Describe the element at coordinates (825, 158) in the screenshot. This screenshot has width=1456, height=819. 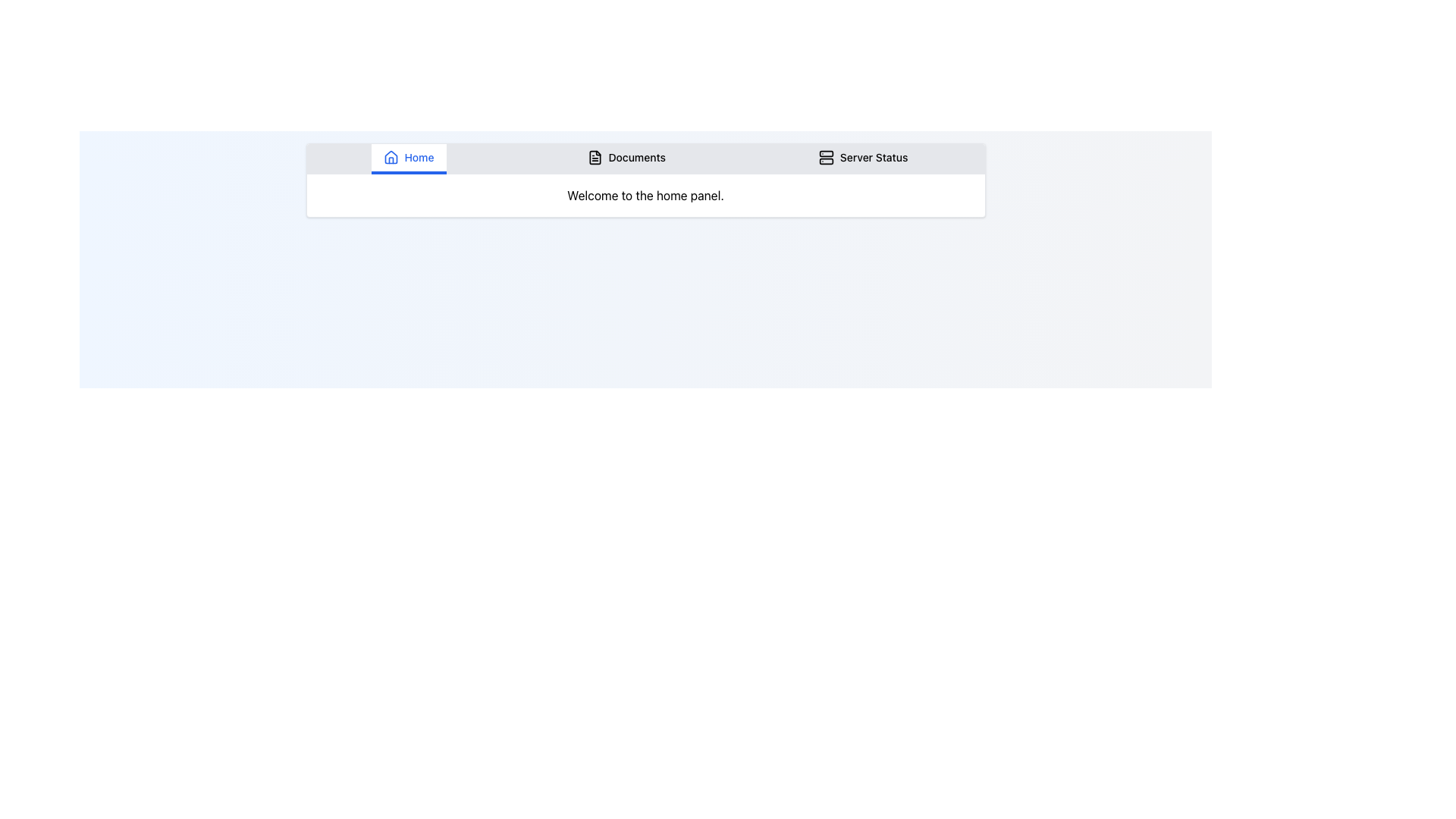
I see `the 'Server Status' icon` at that location.